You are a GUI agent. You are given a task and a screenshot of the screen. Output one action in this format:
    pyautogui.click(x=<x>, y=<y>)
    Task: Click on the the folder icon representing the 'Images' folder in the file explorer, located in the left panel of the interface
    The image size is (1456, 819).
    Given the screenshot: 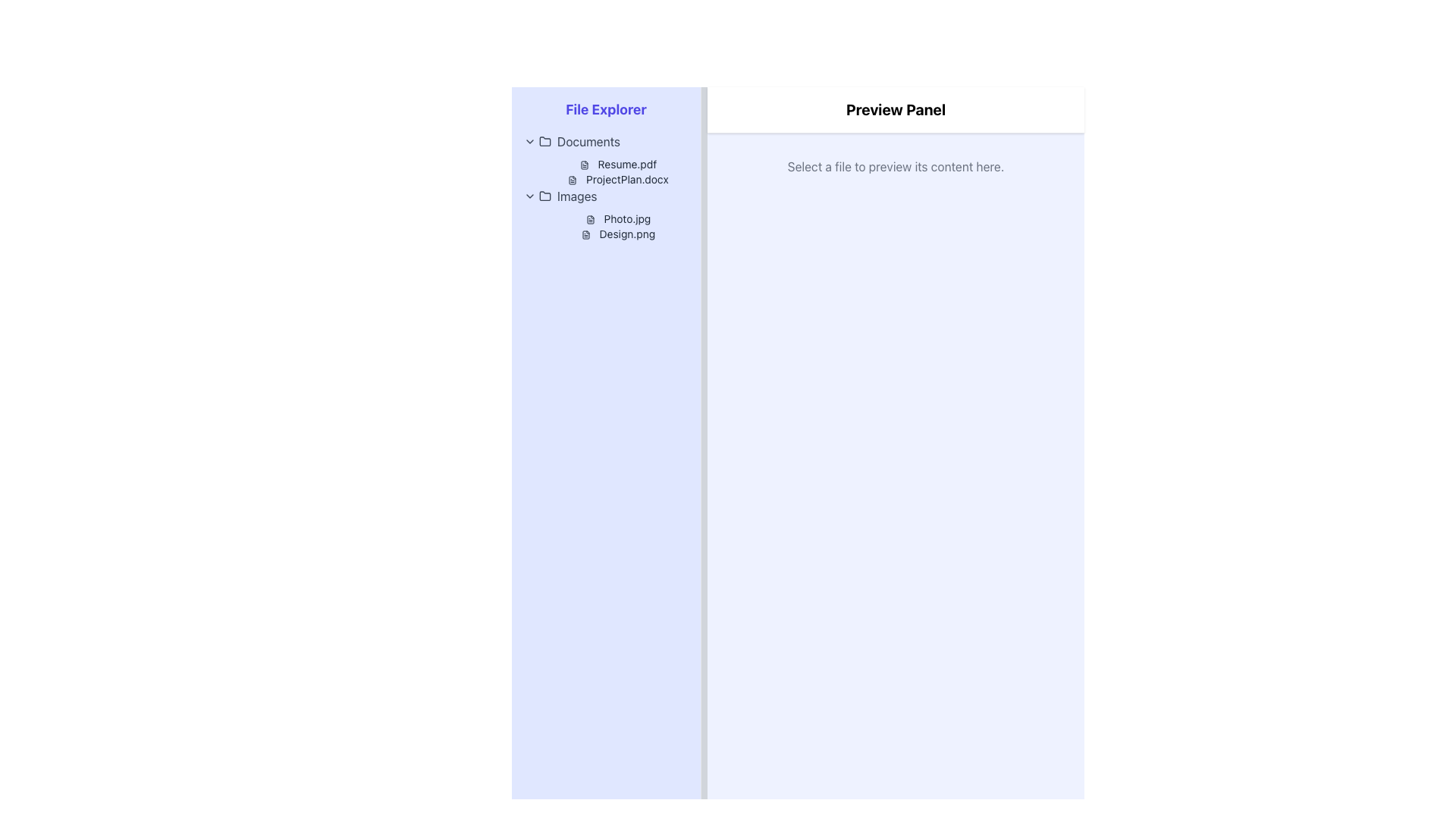 What is the action you would take?
    pyautogui.click(x=545, y=195)
    